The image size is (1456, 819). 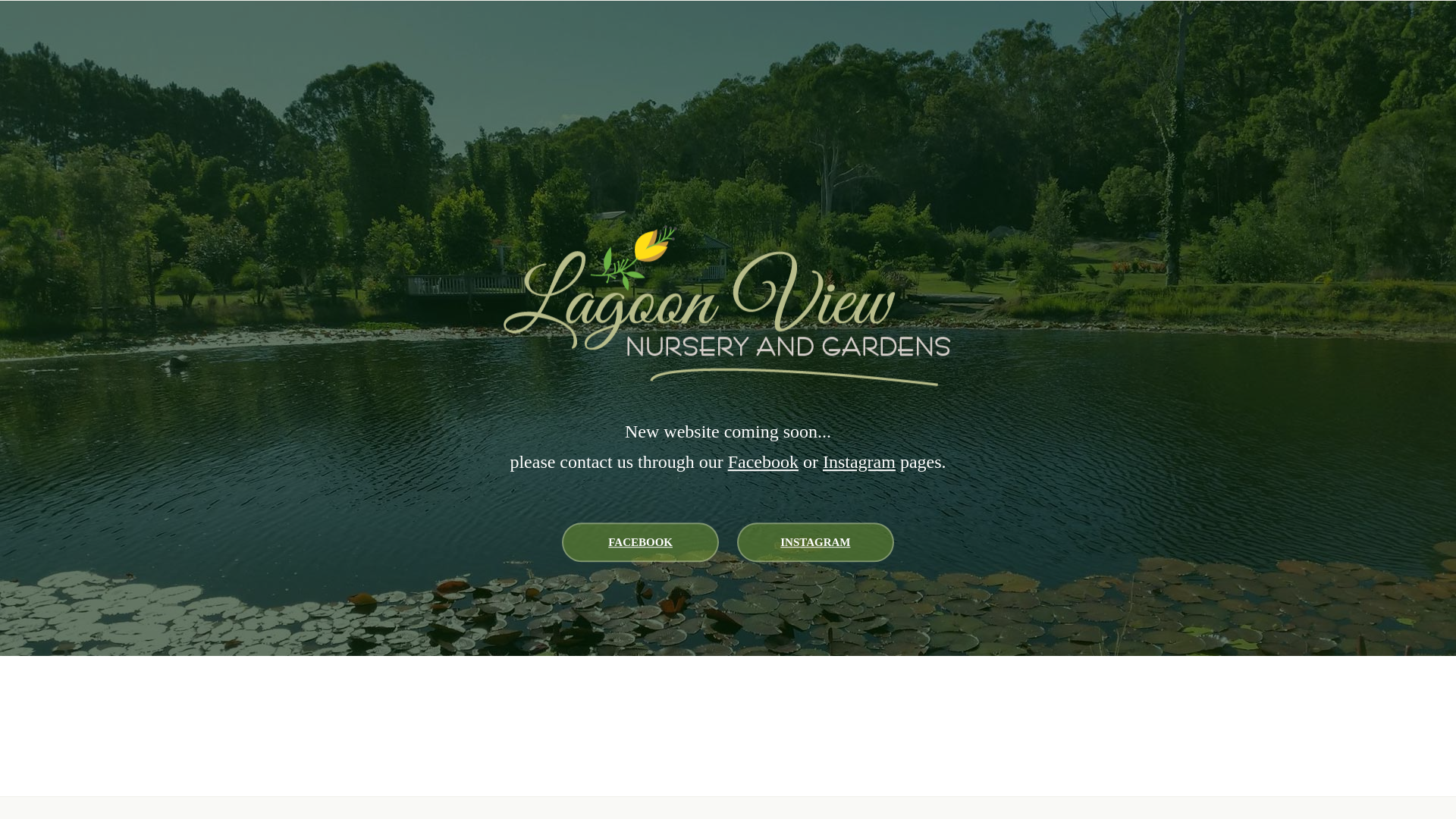 What do you see at coordinates (560, 541) in the screenshot?
I see `'FACEBOOK'` at bounding box center [560, 541].